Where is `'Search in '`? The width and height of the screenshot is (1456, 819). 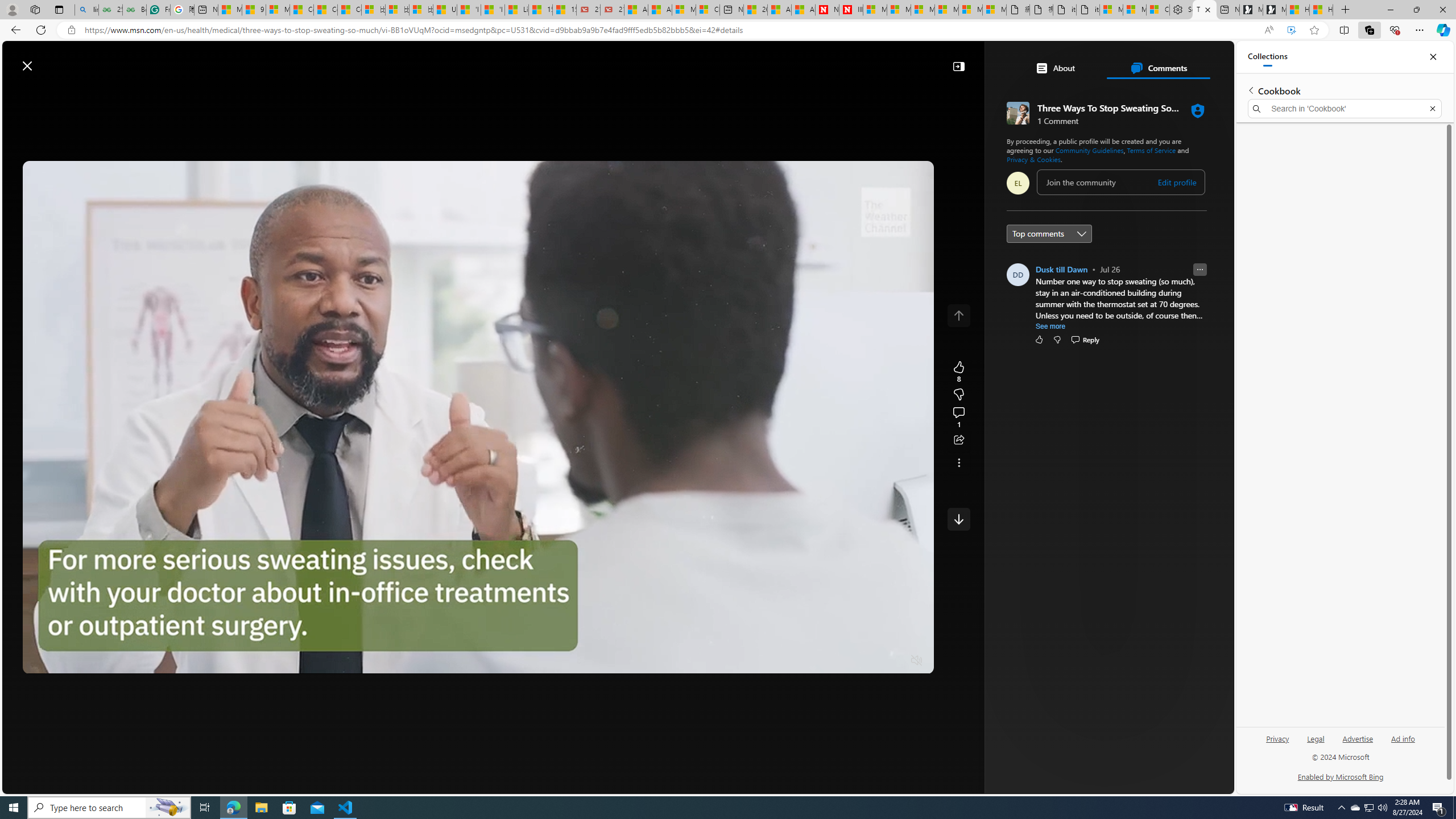 'Search in ' is located at coordinates (1345, 109).